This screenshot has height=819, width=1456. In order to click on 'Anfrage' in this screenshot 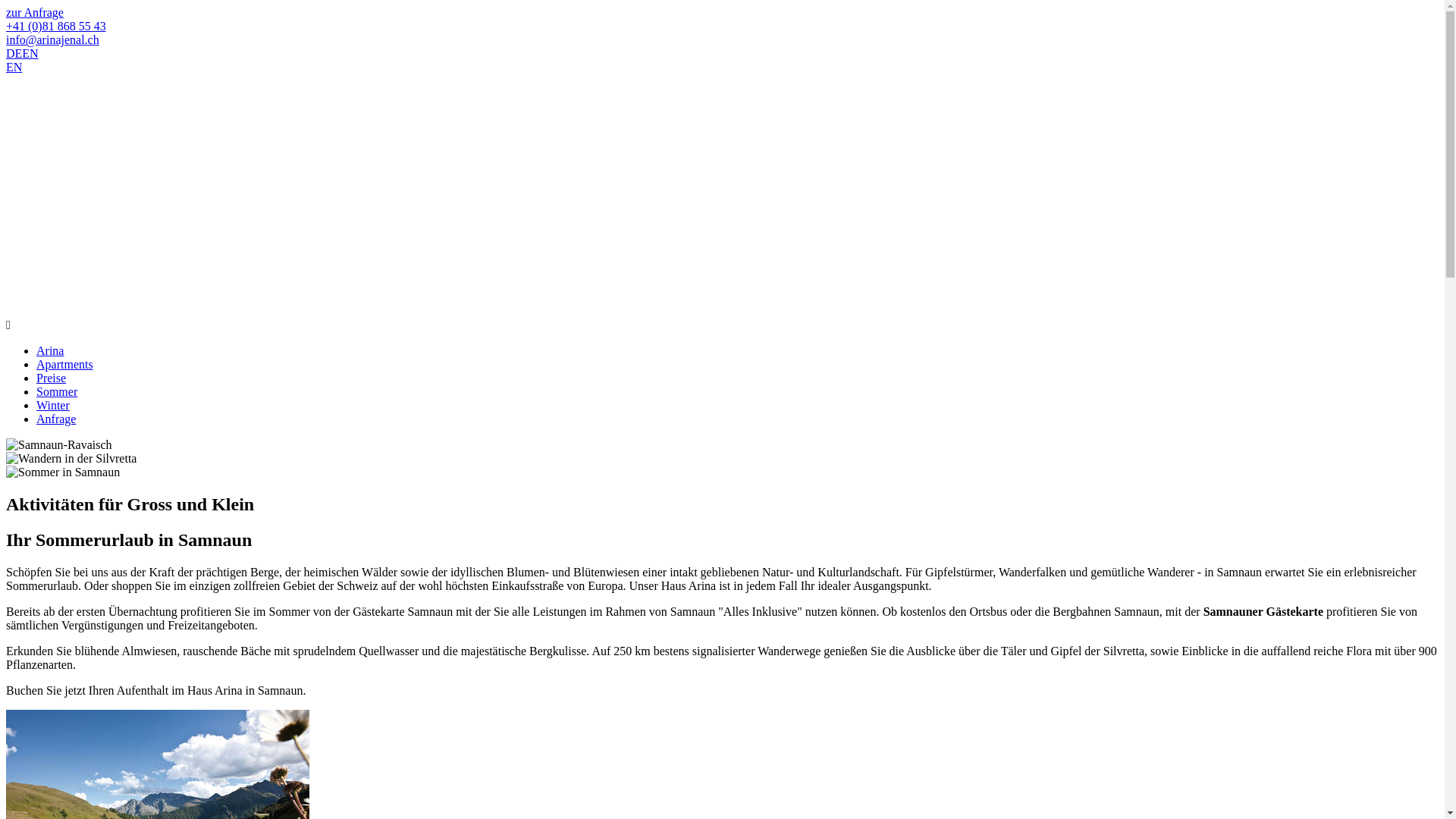, I will do `click(36, 419)`.